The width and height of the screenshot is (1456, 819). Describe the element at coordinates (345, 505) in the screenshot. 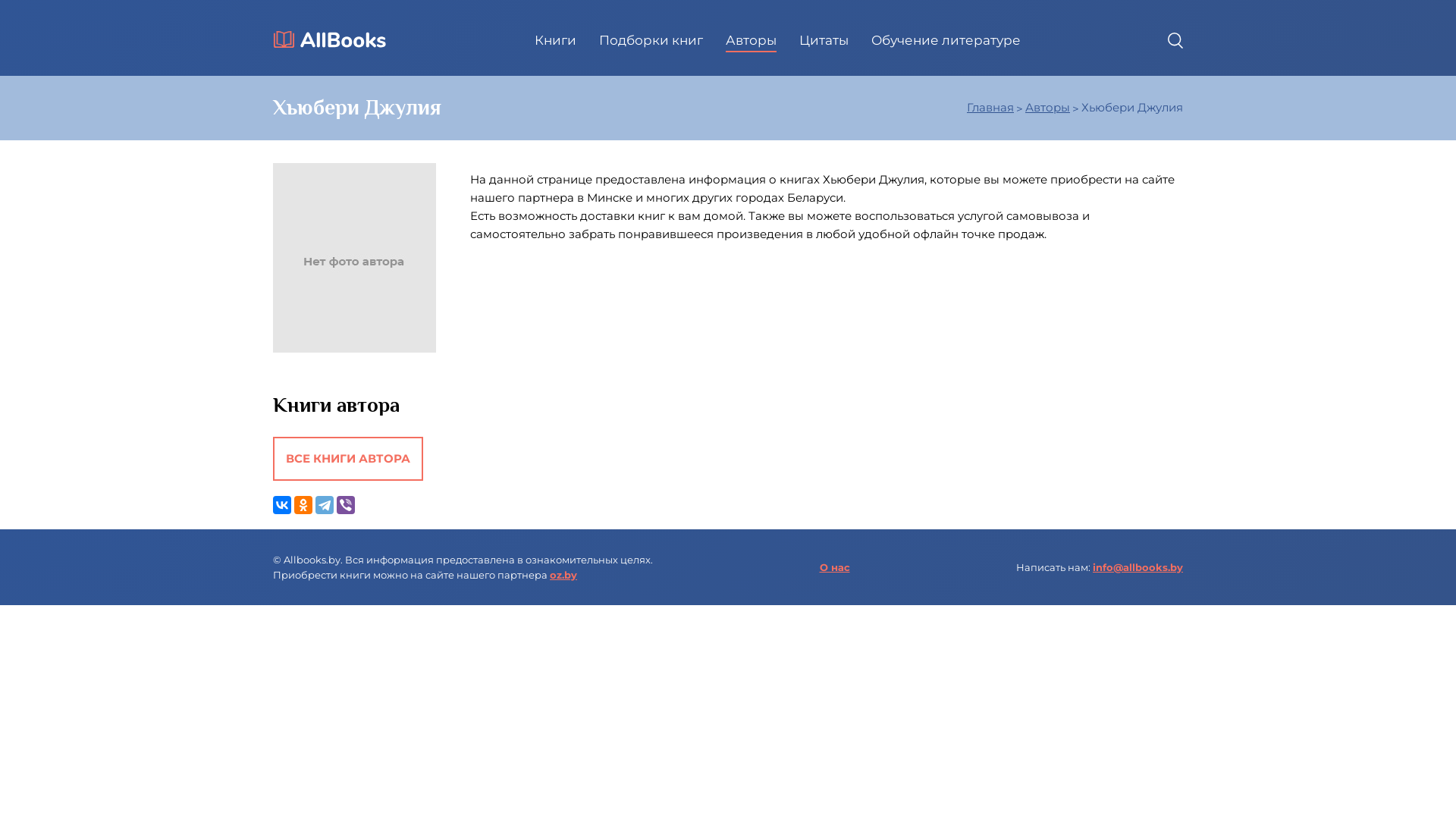

I see `'Viber'` at that location.